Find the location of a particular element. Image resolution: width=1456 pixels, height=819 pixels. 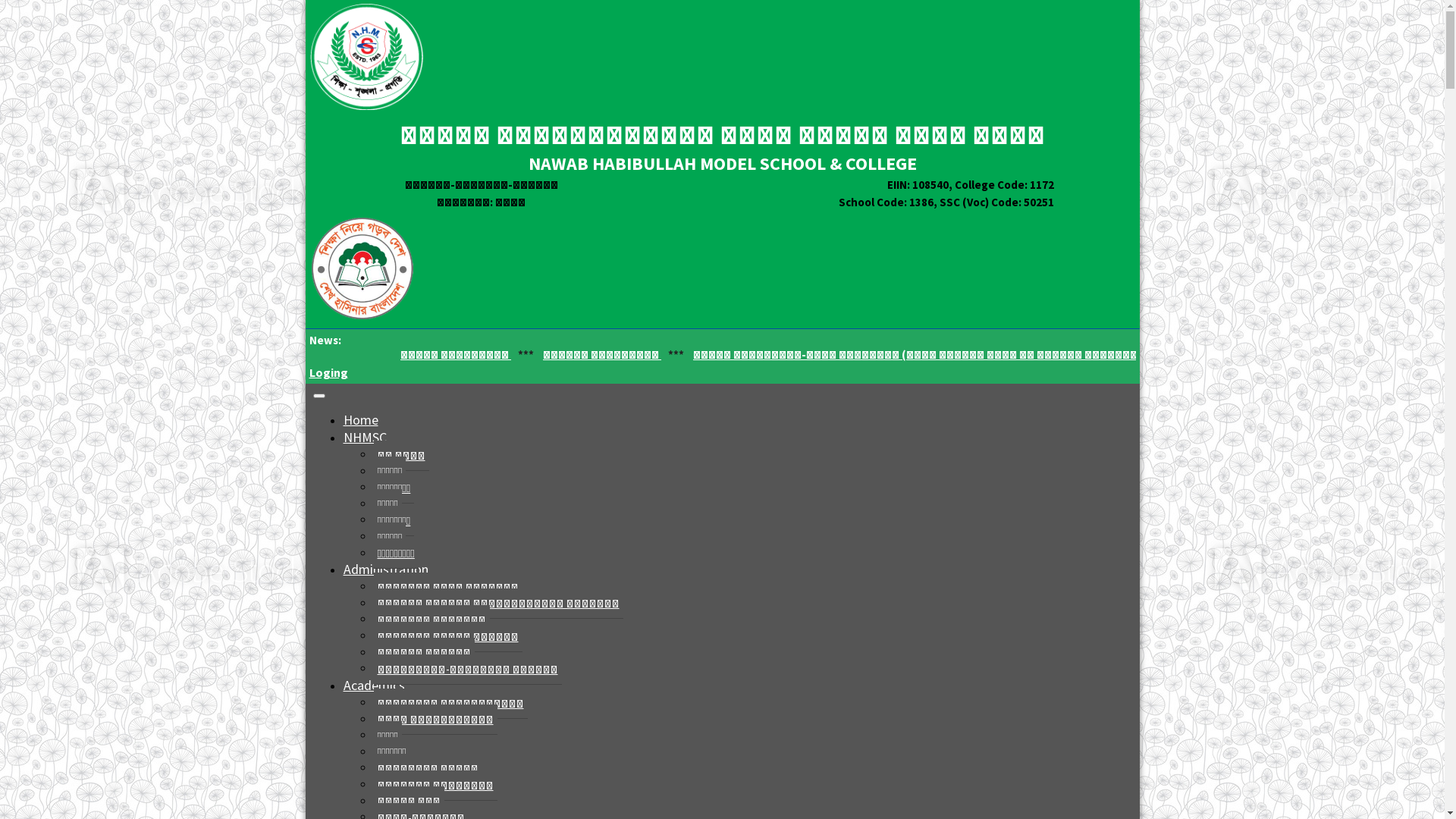

'Loging' is located at coordinates (328, 372).